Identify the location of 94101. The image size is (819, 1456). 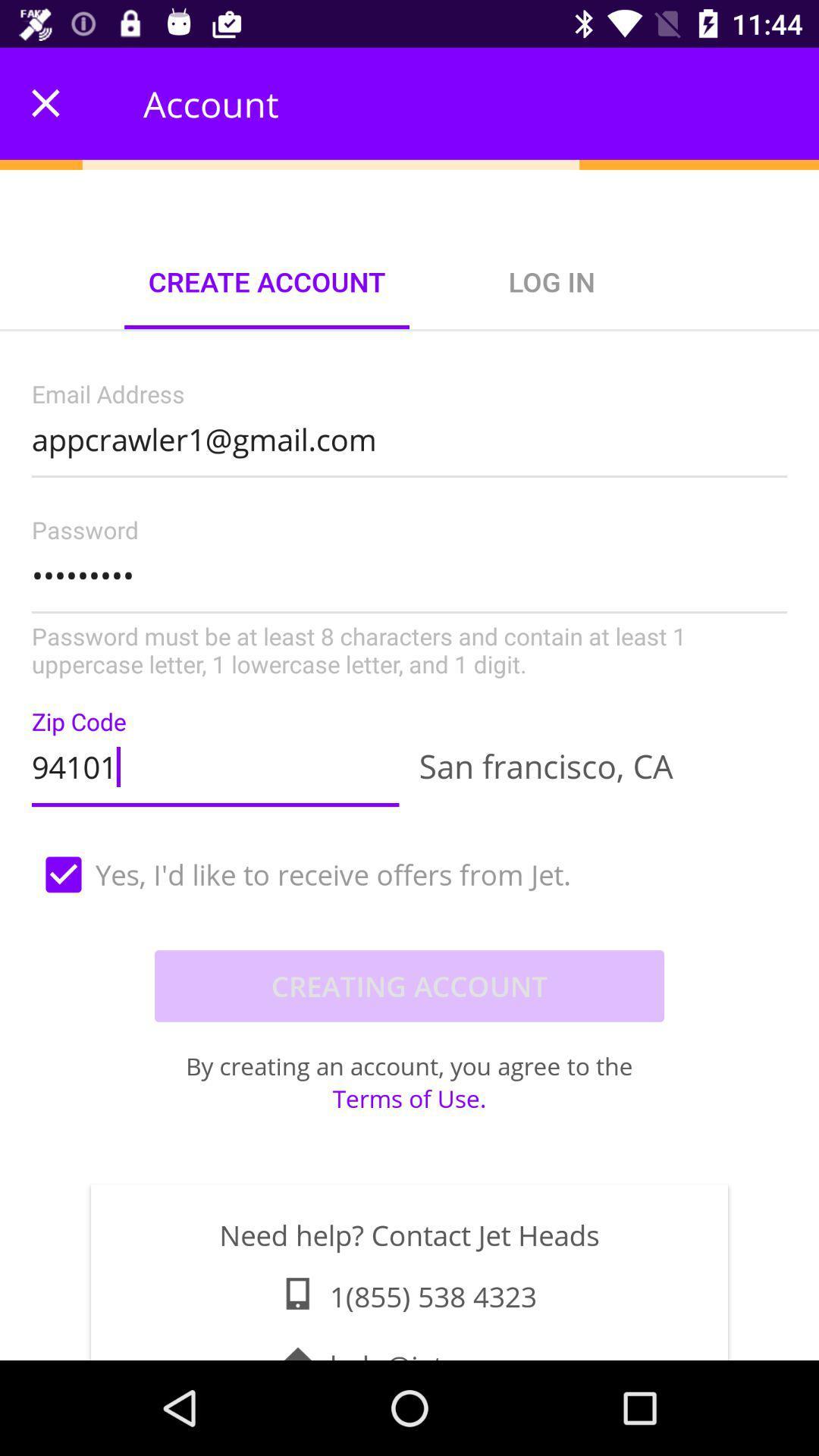
(215, 763).